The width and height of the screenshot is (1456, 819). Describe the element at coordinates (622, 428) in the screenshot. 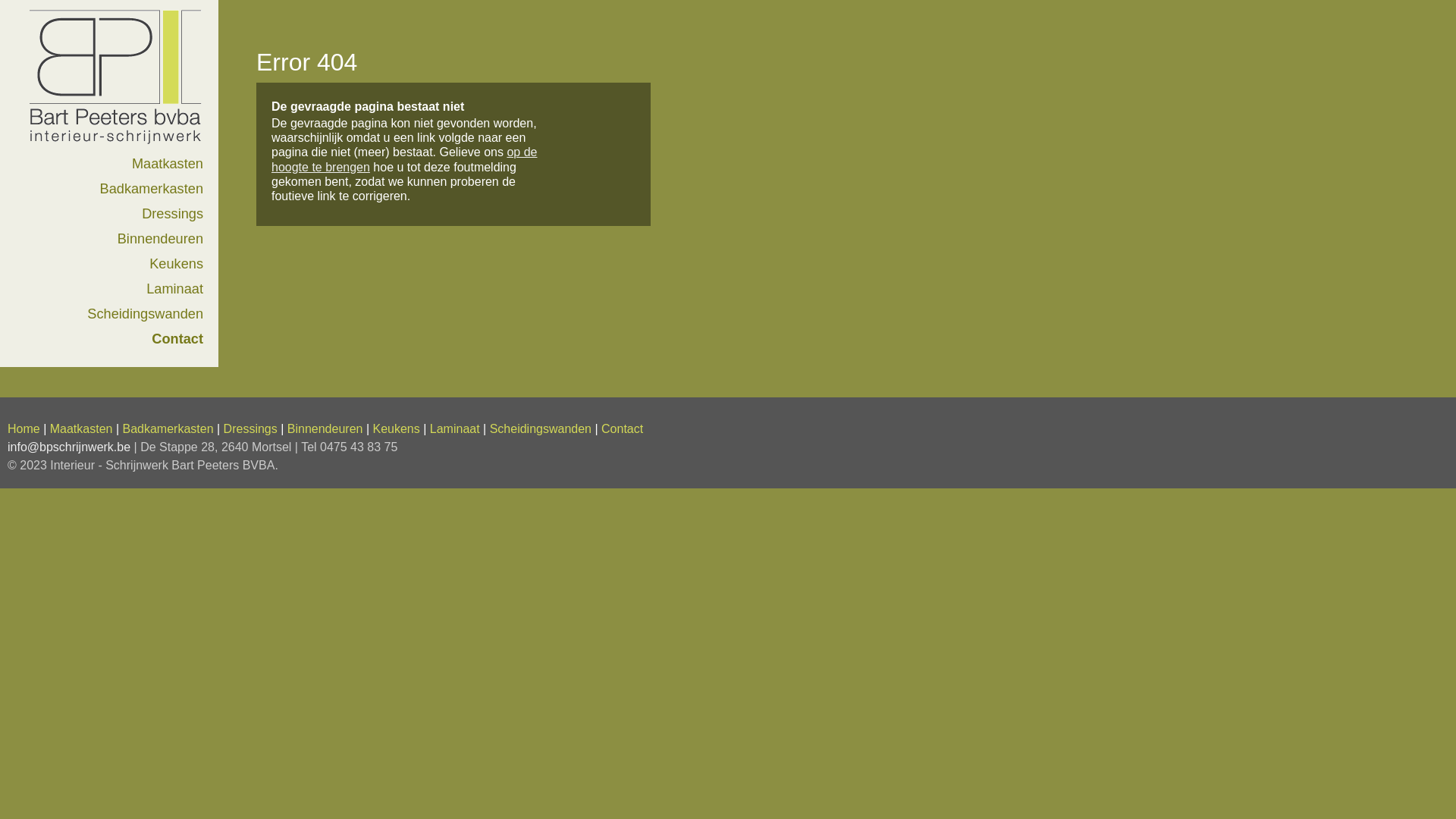

I see `'Contact'` at that location.